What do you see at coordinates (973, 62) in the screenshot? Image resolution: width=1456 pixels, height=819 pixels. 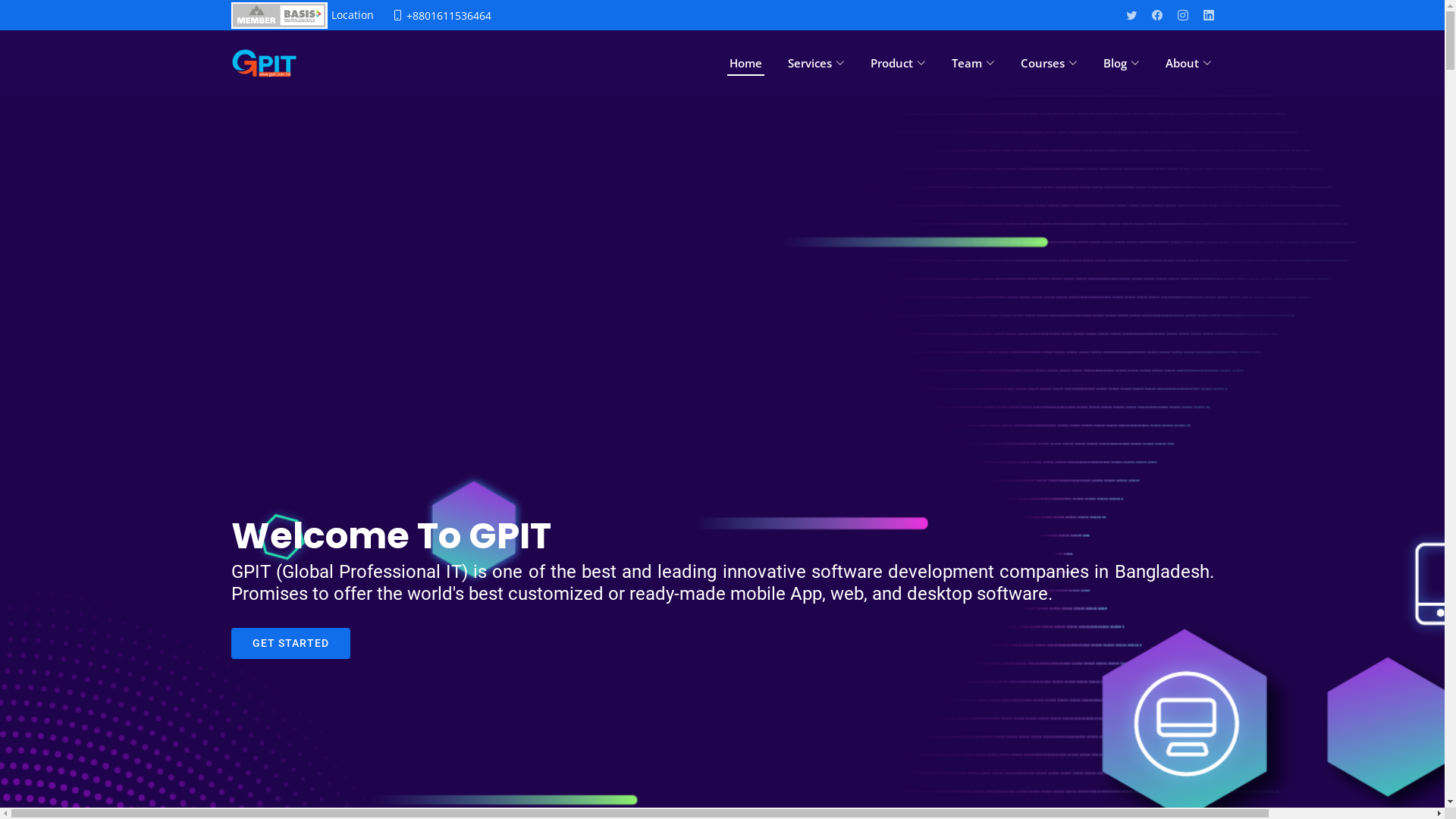 I see `'Team'` at bounding box center [973, 62].